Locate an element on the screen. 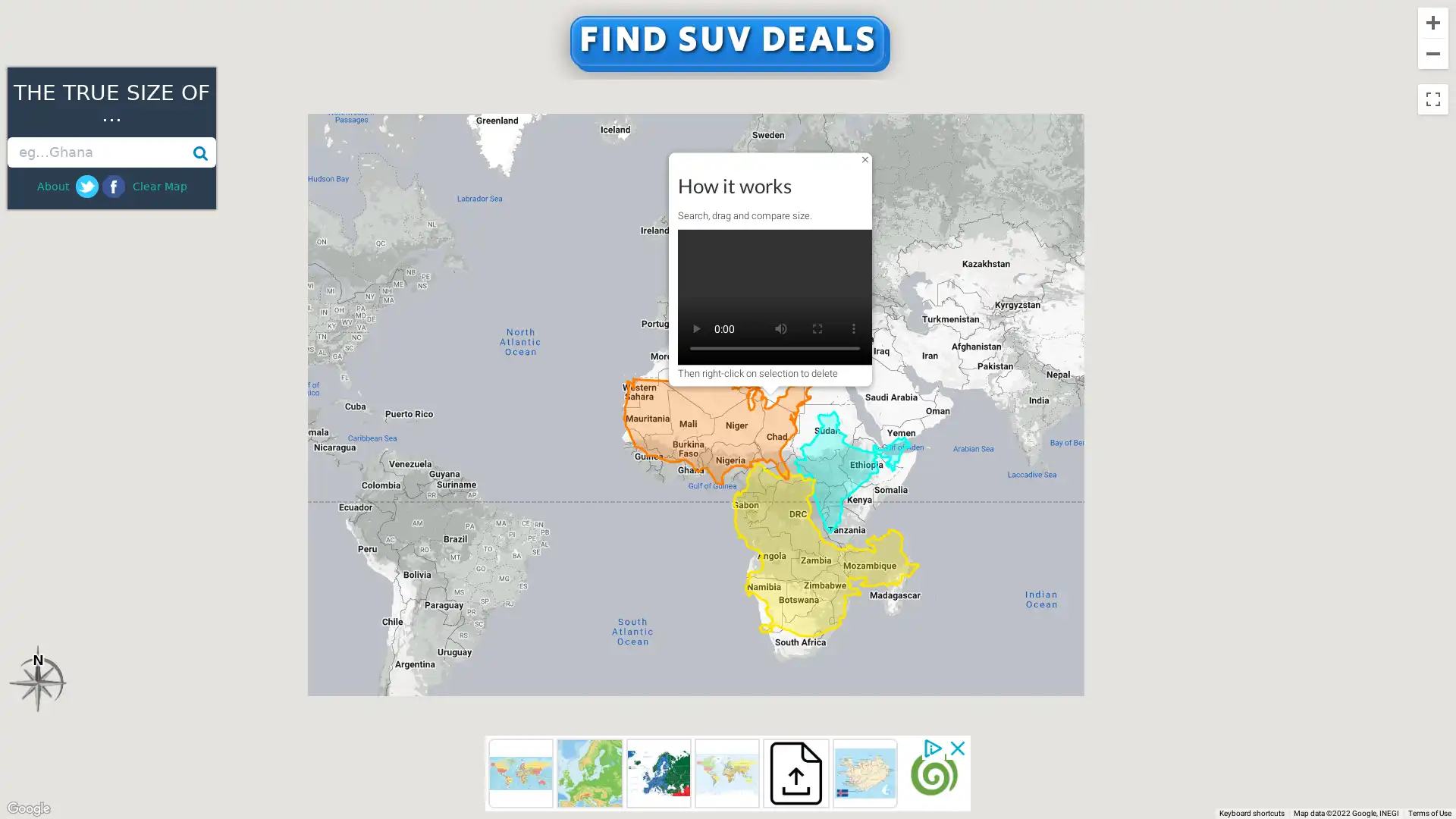 Image resolution: width=1456 pixels, height=819 pixels. play is located at coordinates (695, 327).